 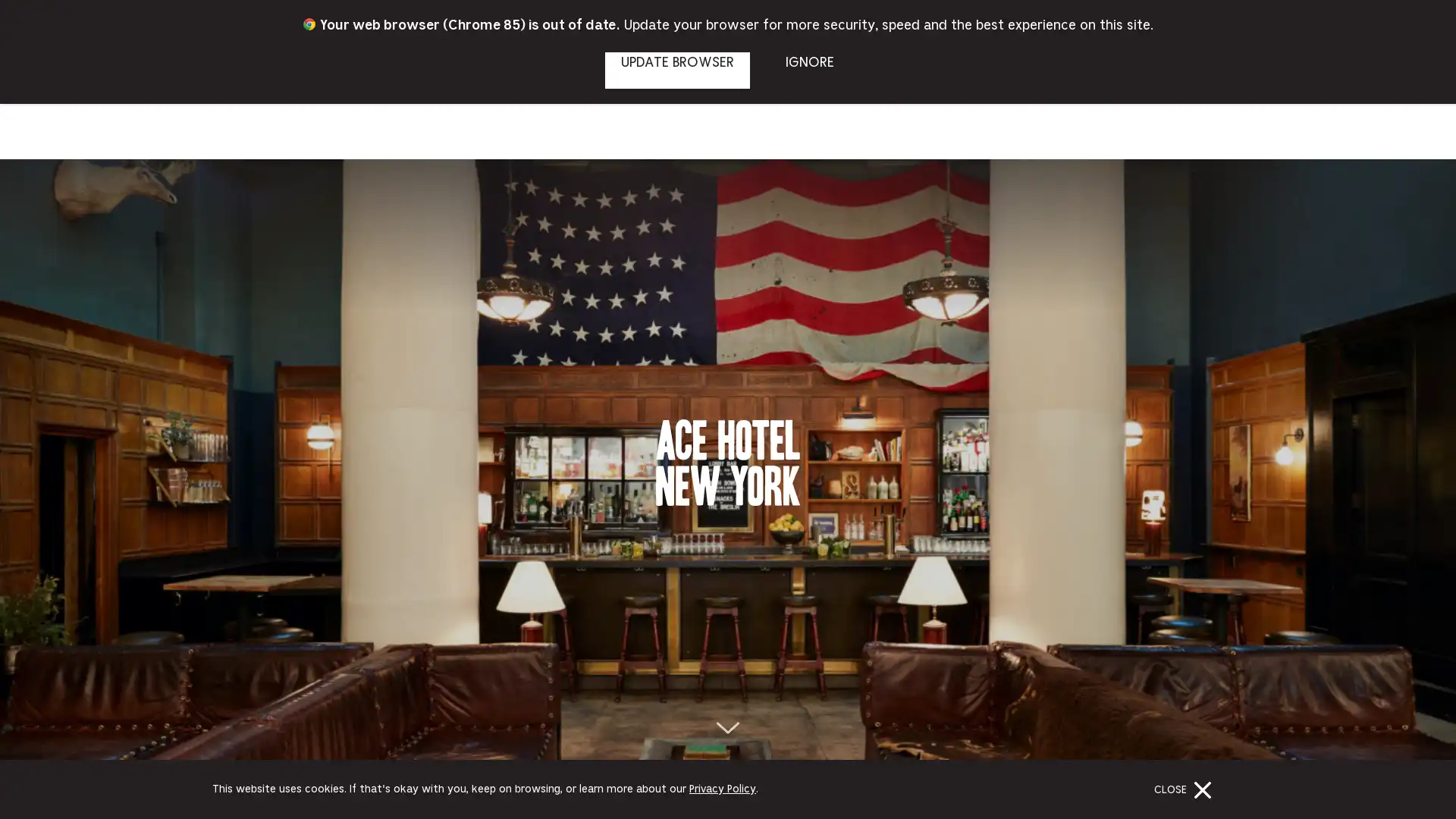 I want to click on CLOSE COOKIE DISCLOSURE NOTICE, so click(x=1185, y=789).